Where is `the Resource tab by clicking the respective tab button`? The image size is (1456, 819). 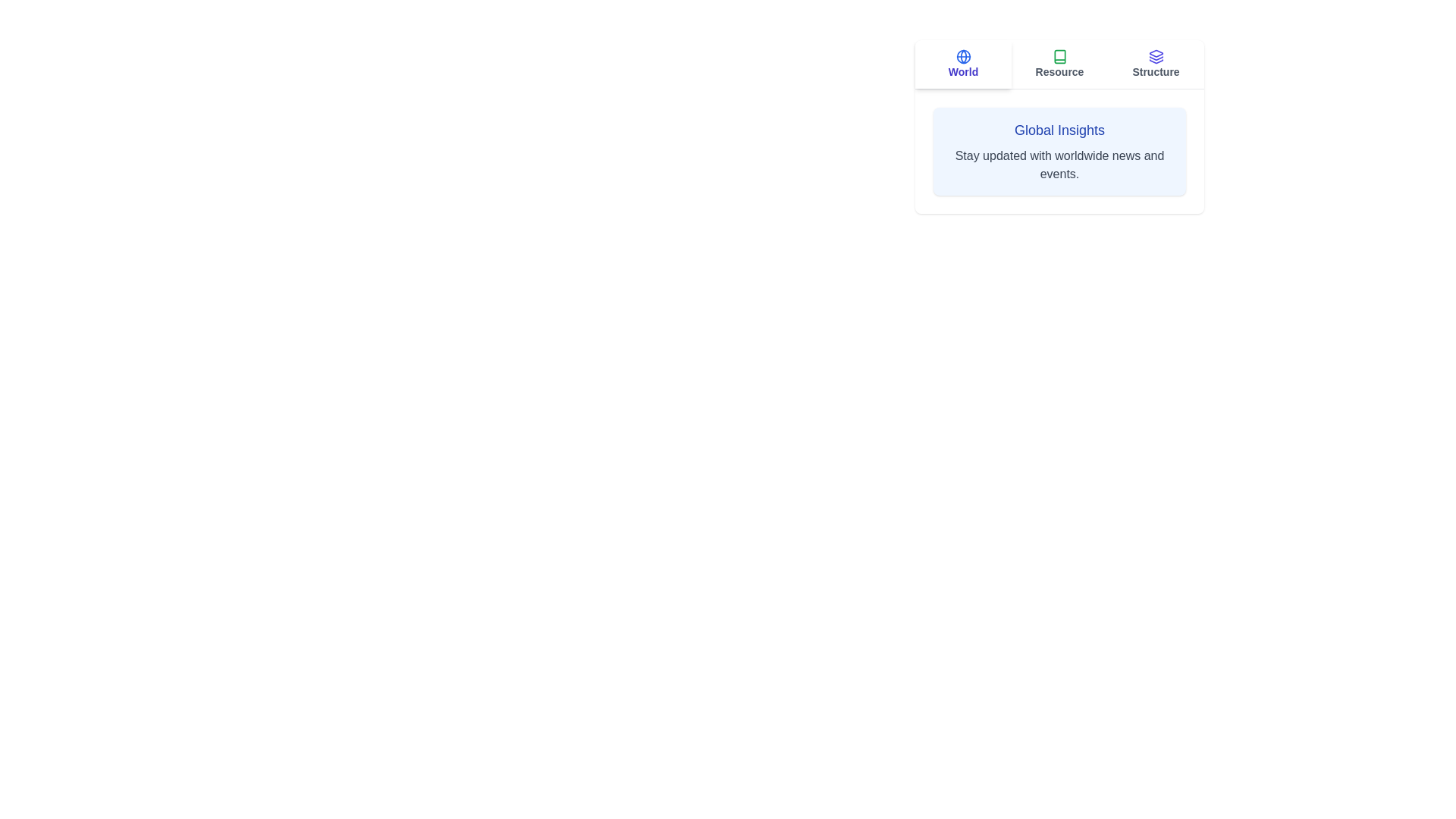
the Resource tab by clicking the respective tab button is located at coordinates (1059, 63).